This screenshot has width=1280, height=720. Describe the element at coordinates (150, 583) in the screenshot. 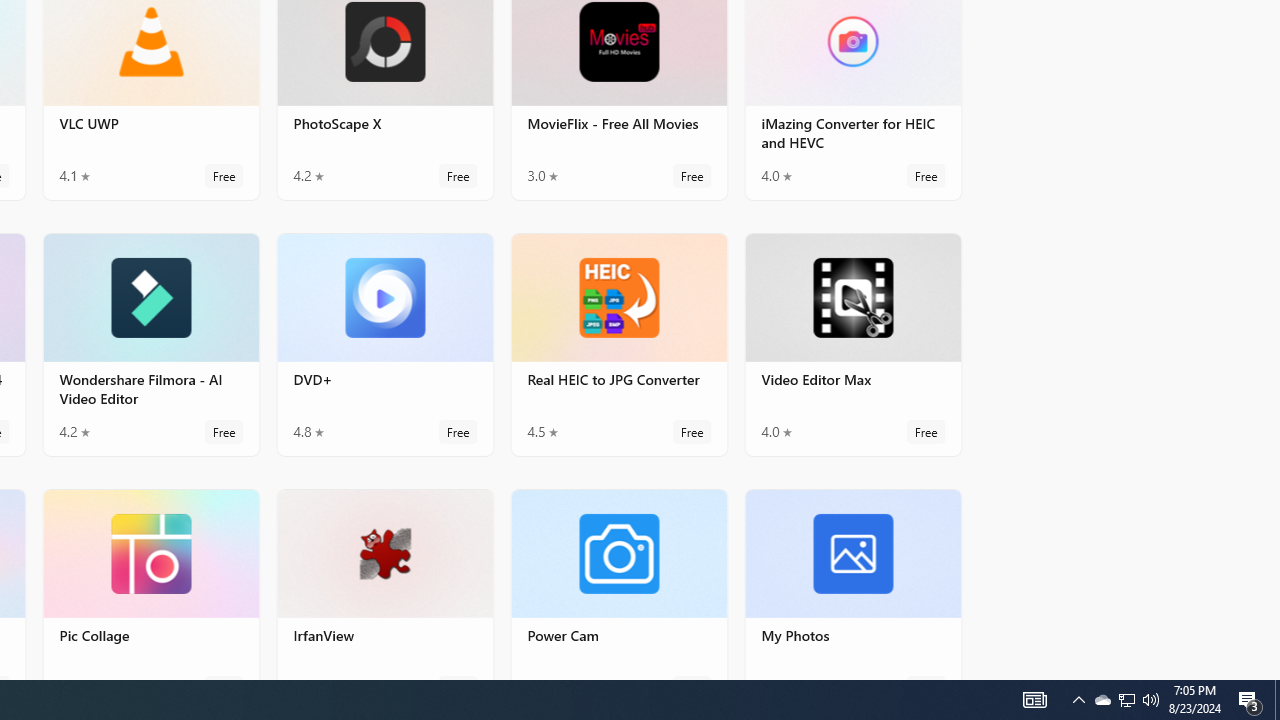

I see `'Pic Collage. Average rating of 4.8 out of five stars. Free  '` at that location.